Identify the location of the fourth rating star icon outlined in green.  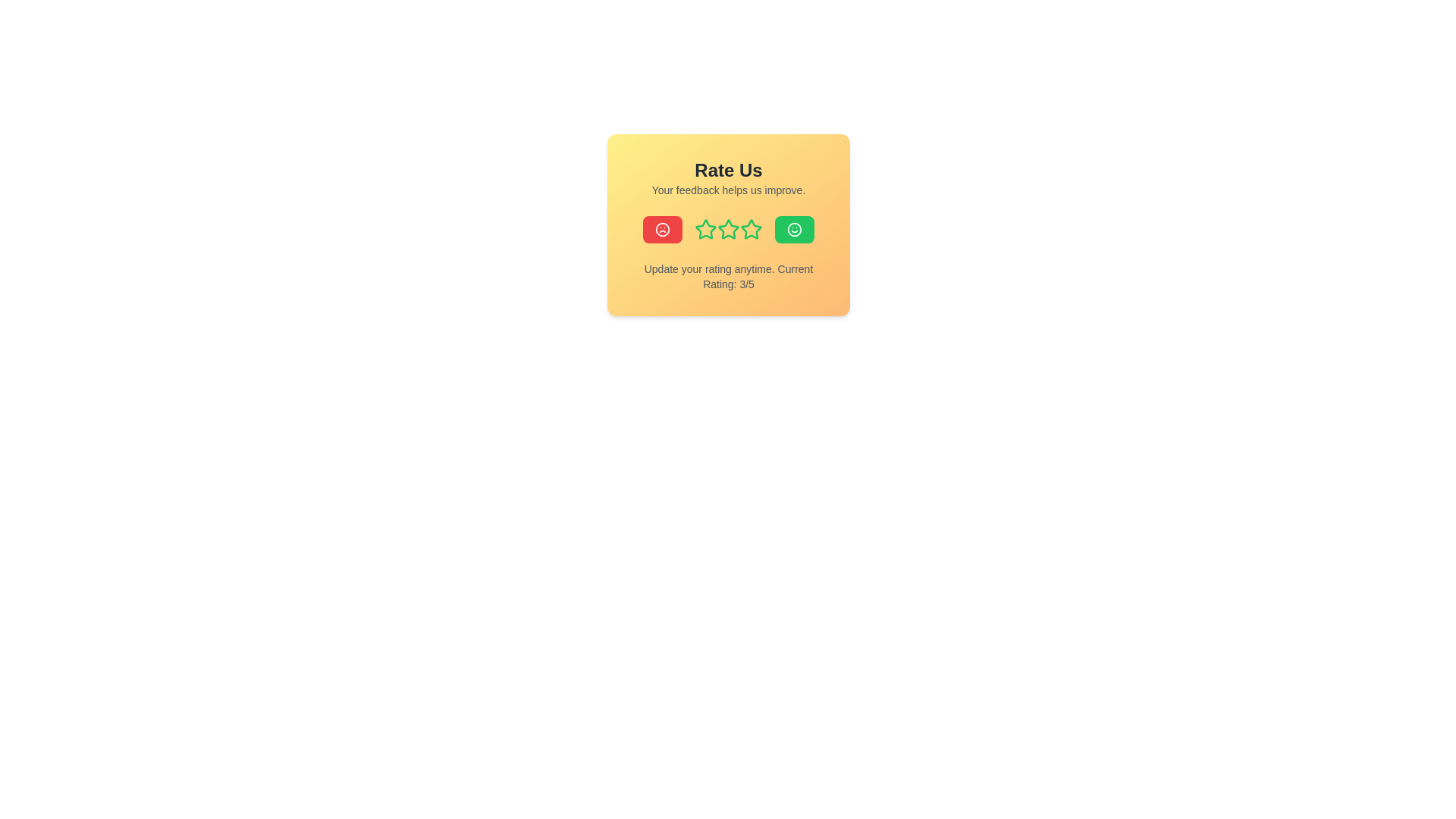
(751, 229).